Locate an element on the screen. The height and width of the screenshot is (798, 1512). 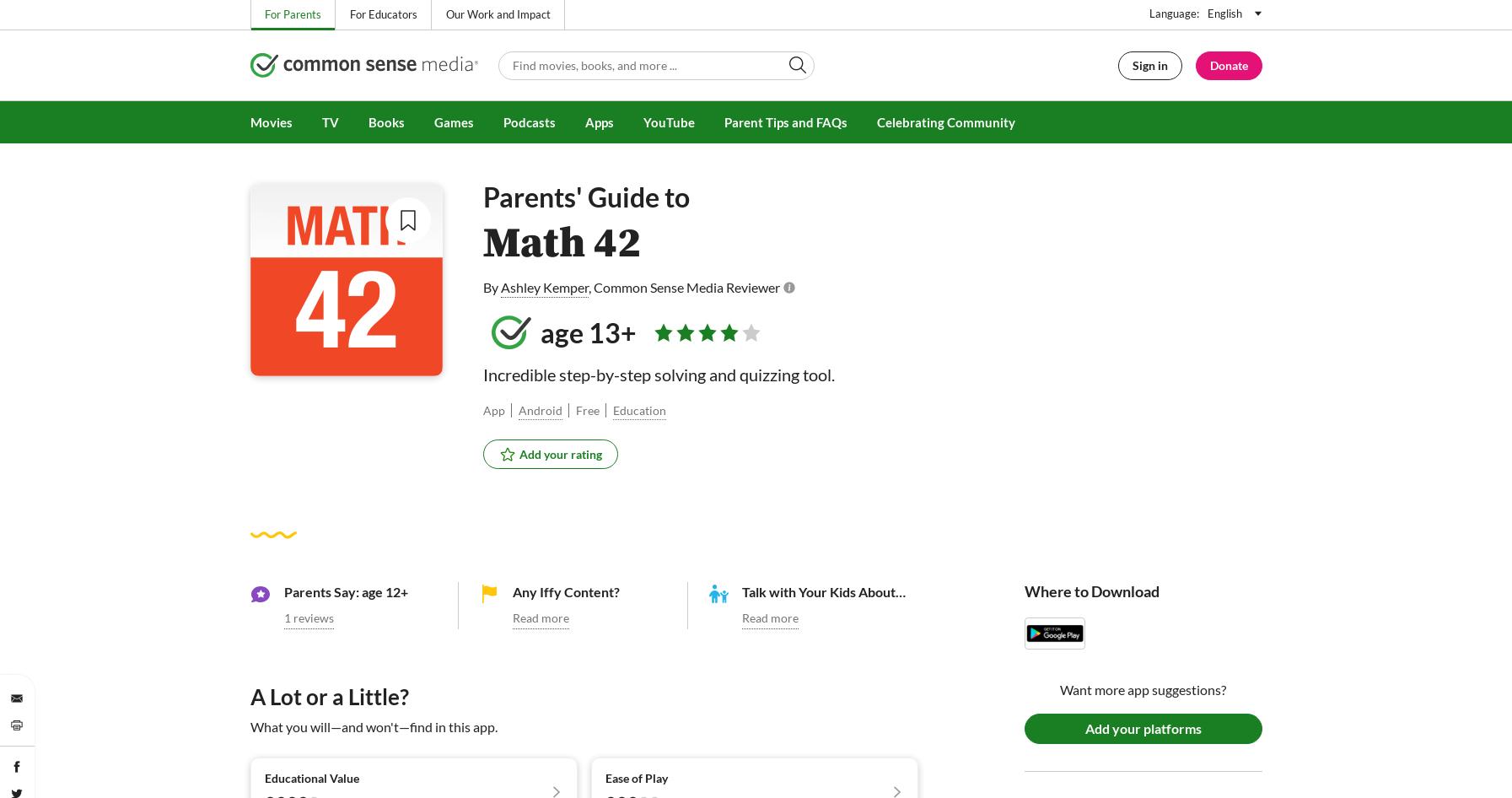
'Podcasts' is located at coordinates (501, 121).